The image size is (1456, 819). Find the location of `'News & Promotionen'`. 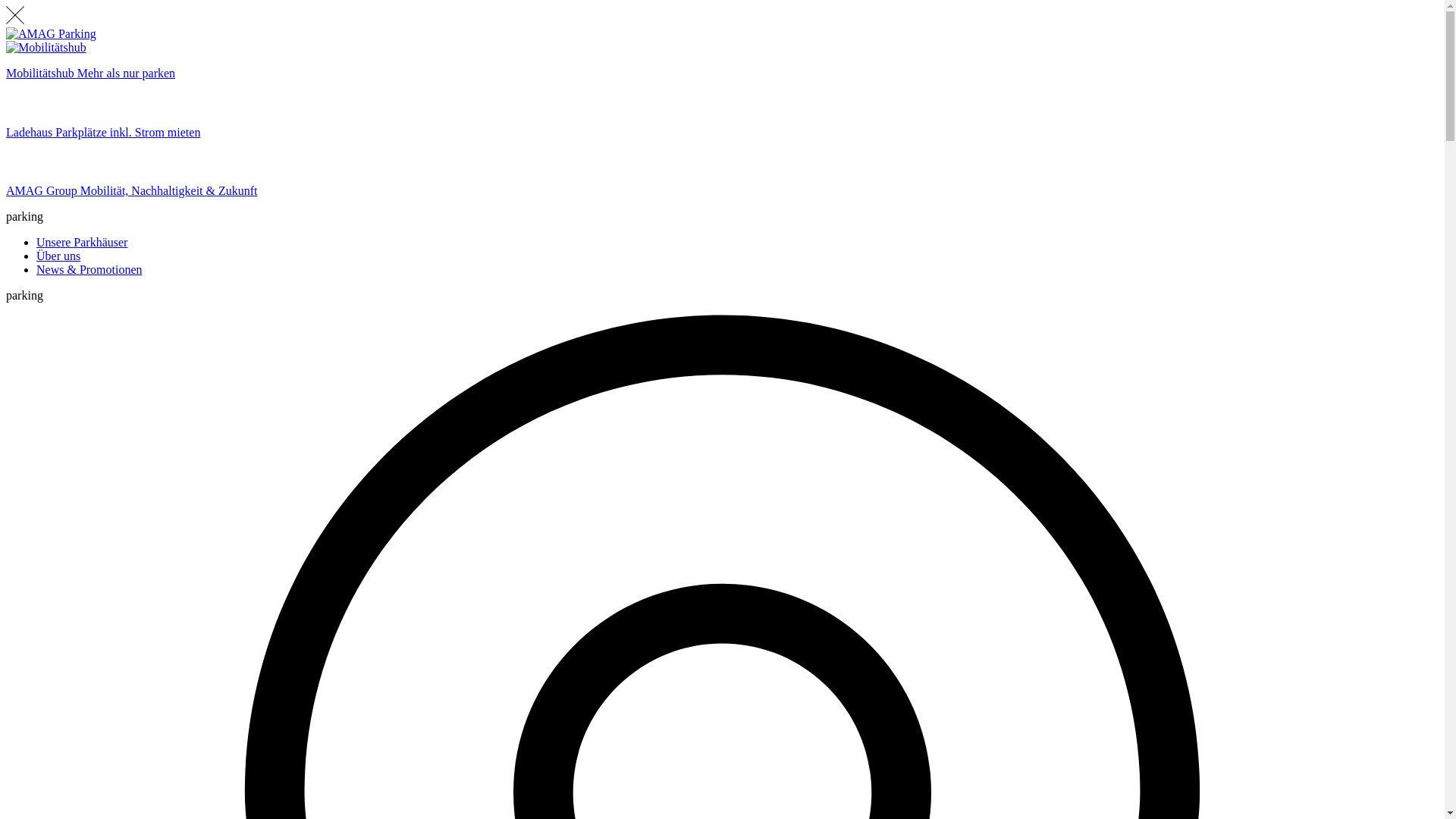

'News & Promotionen' is located at coordinates (89, 268).